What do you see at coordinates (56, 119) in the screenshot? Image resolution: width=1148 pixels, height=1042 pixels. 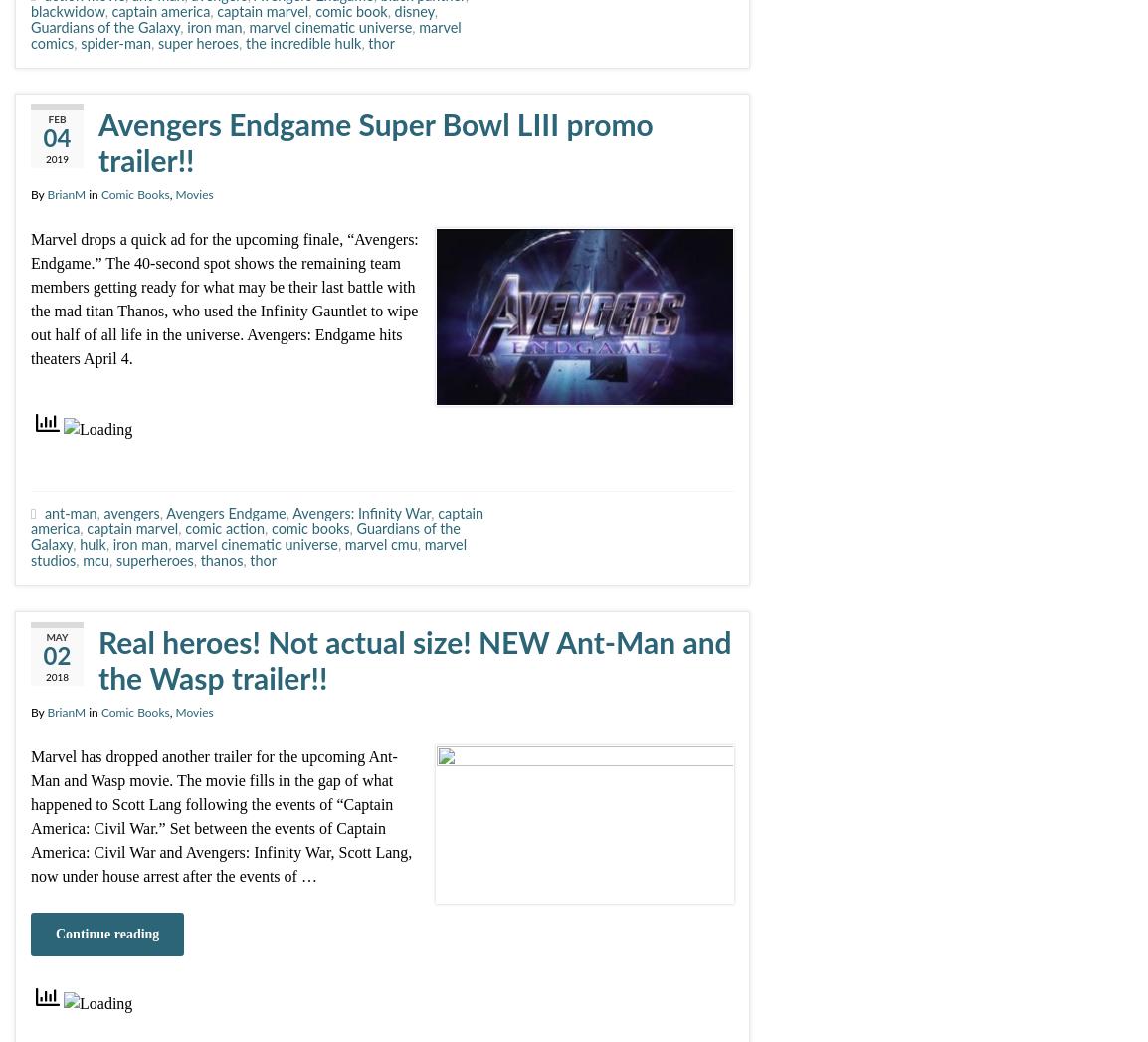 I see `'Feb'` at bounding box center [56, 119].